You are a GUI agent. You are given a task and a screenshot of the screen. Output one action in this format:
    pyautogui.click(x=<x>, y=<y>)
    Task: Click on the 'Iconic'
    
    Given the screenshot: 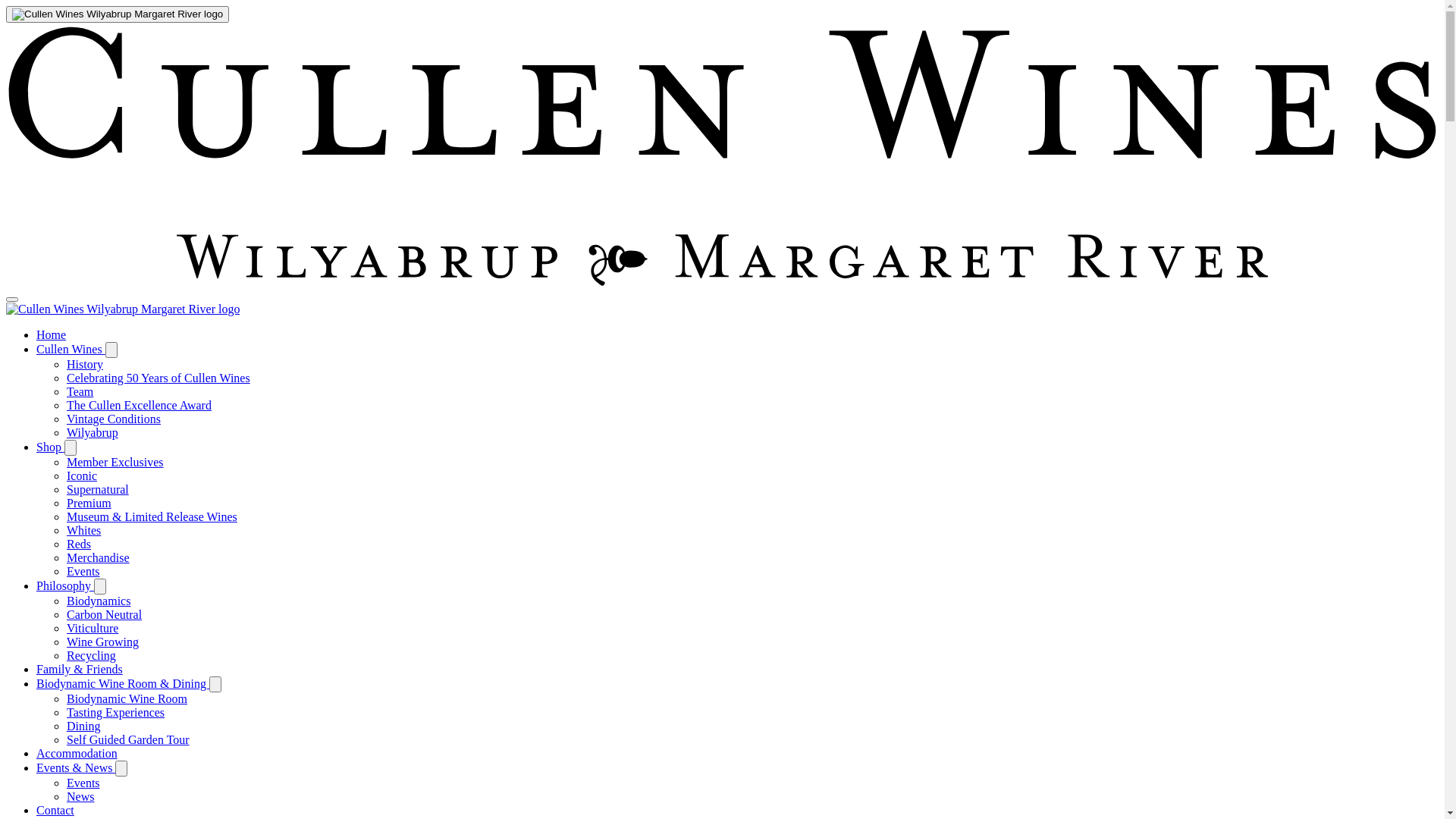 What is the action you would take?
    pyautogui.click(x=80, y=475)
    